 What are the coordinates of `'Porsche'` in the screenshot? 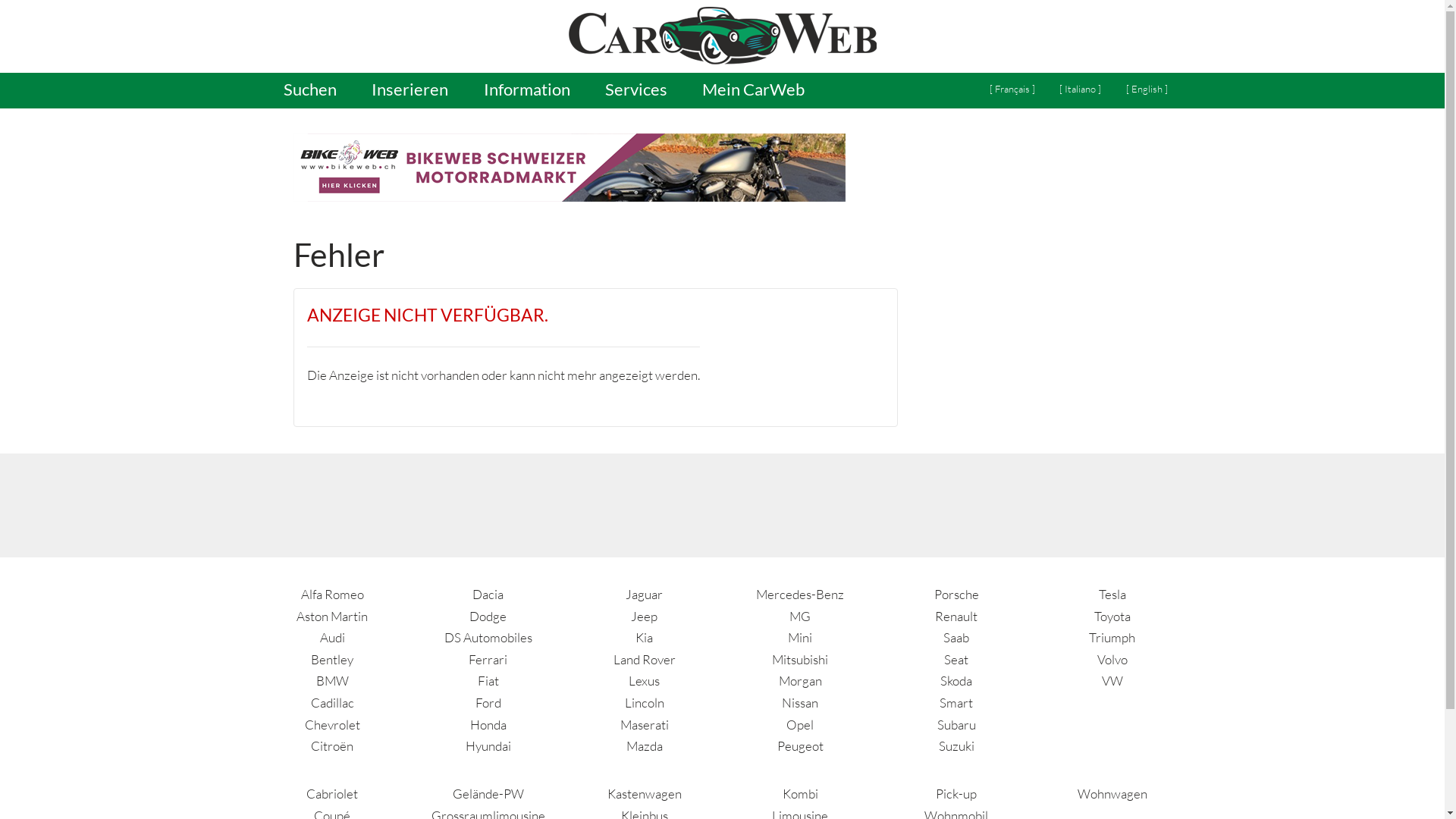 It's located at (955, 593).